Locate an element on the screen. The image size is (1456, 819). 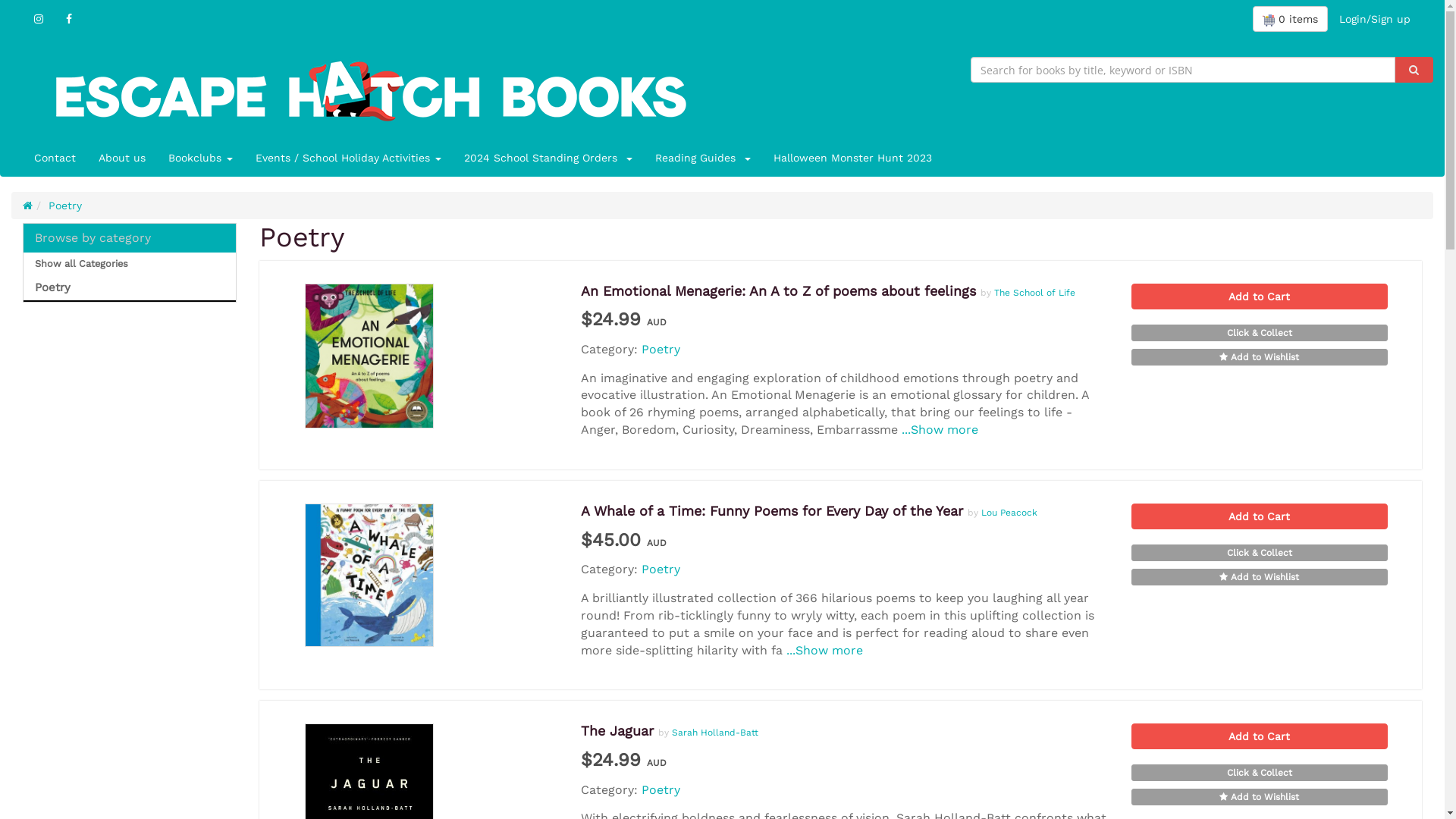
'Poetry' is located at coordinates (64, 205).